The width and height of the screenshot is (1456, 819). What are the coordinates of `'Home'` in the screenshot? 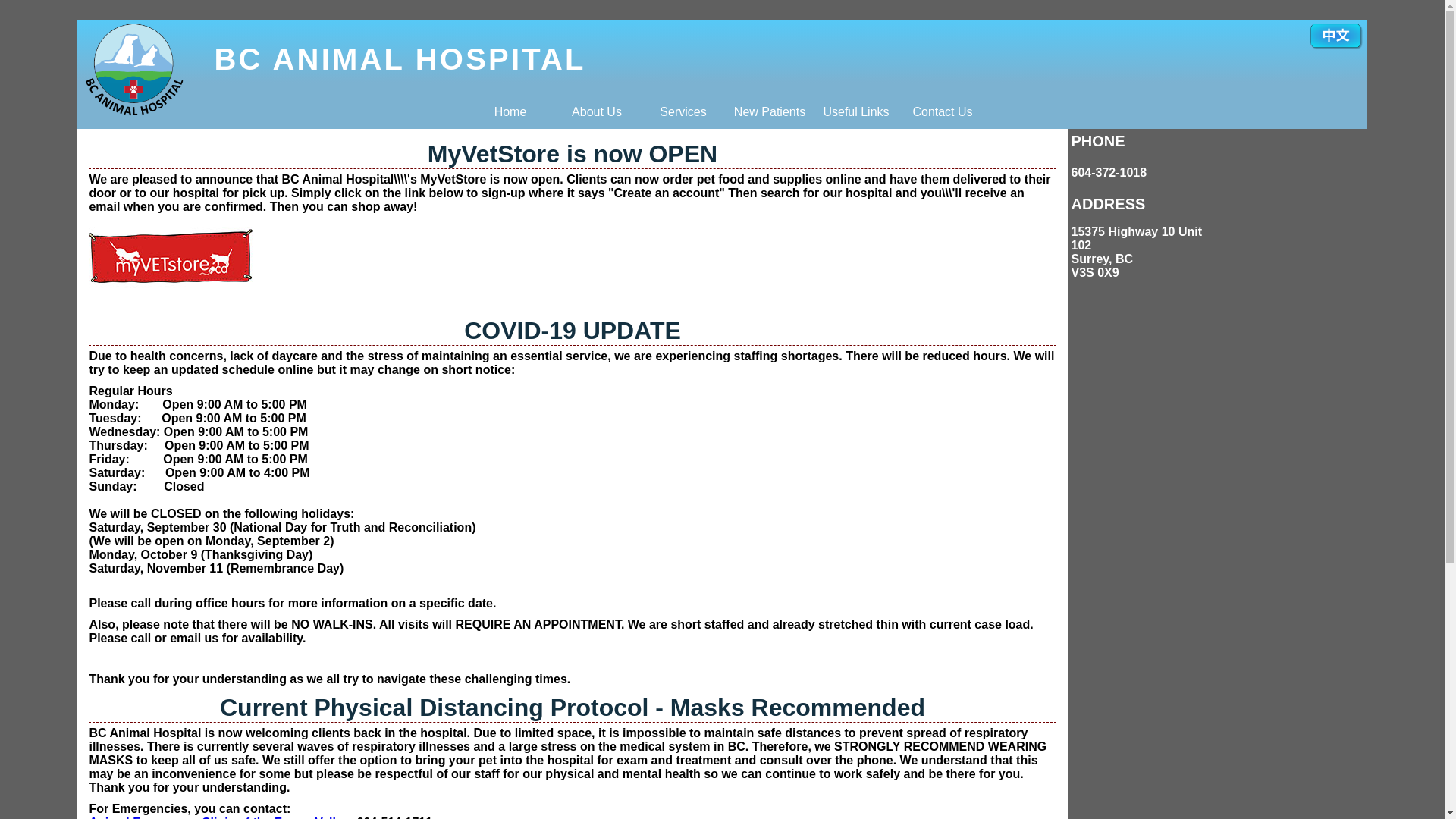 It's located at (510, 111).